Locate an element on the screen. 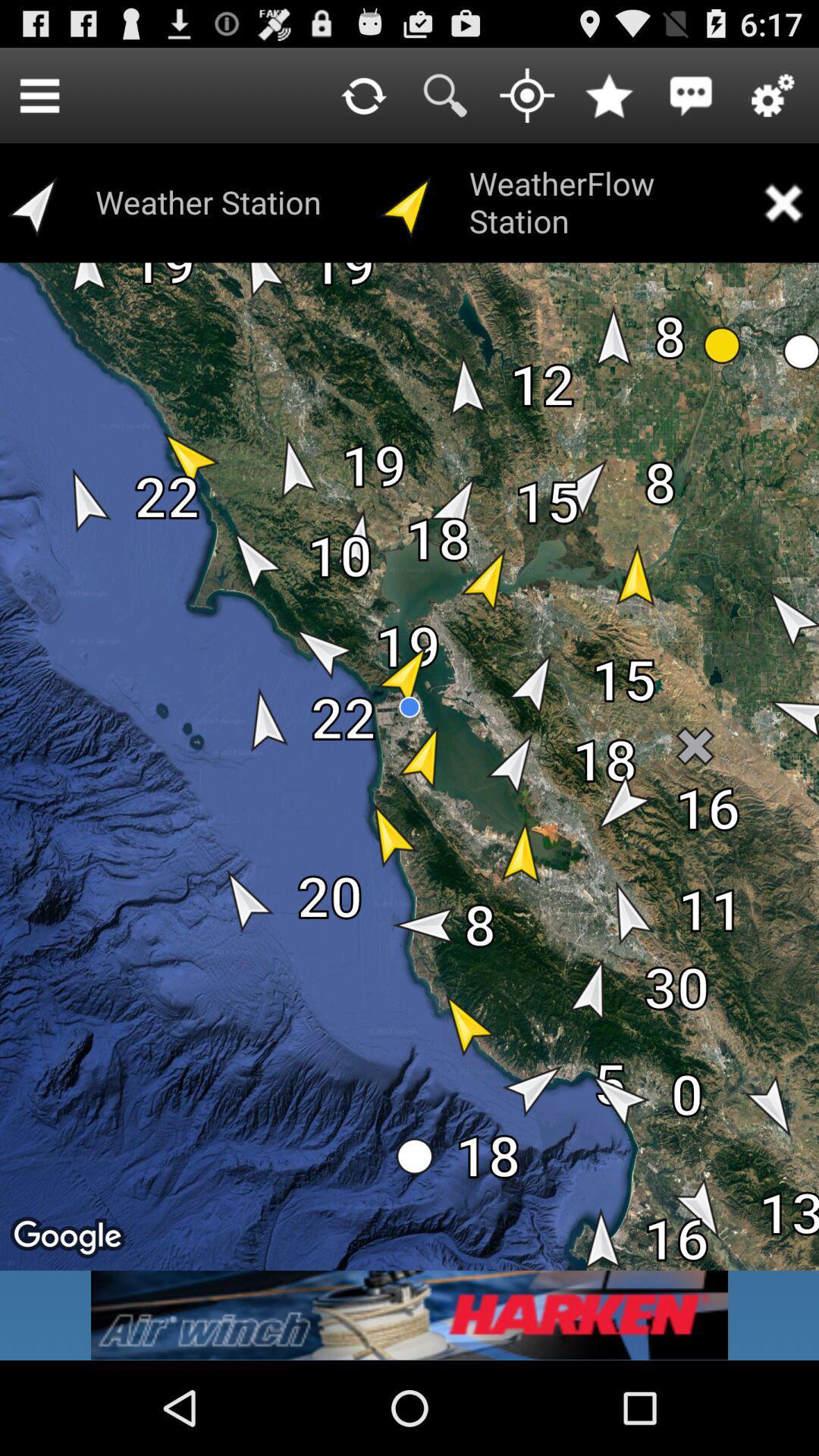  refresh the screen is located at coordinates (363, 94).